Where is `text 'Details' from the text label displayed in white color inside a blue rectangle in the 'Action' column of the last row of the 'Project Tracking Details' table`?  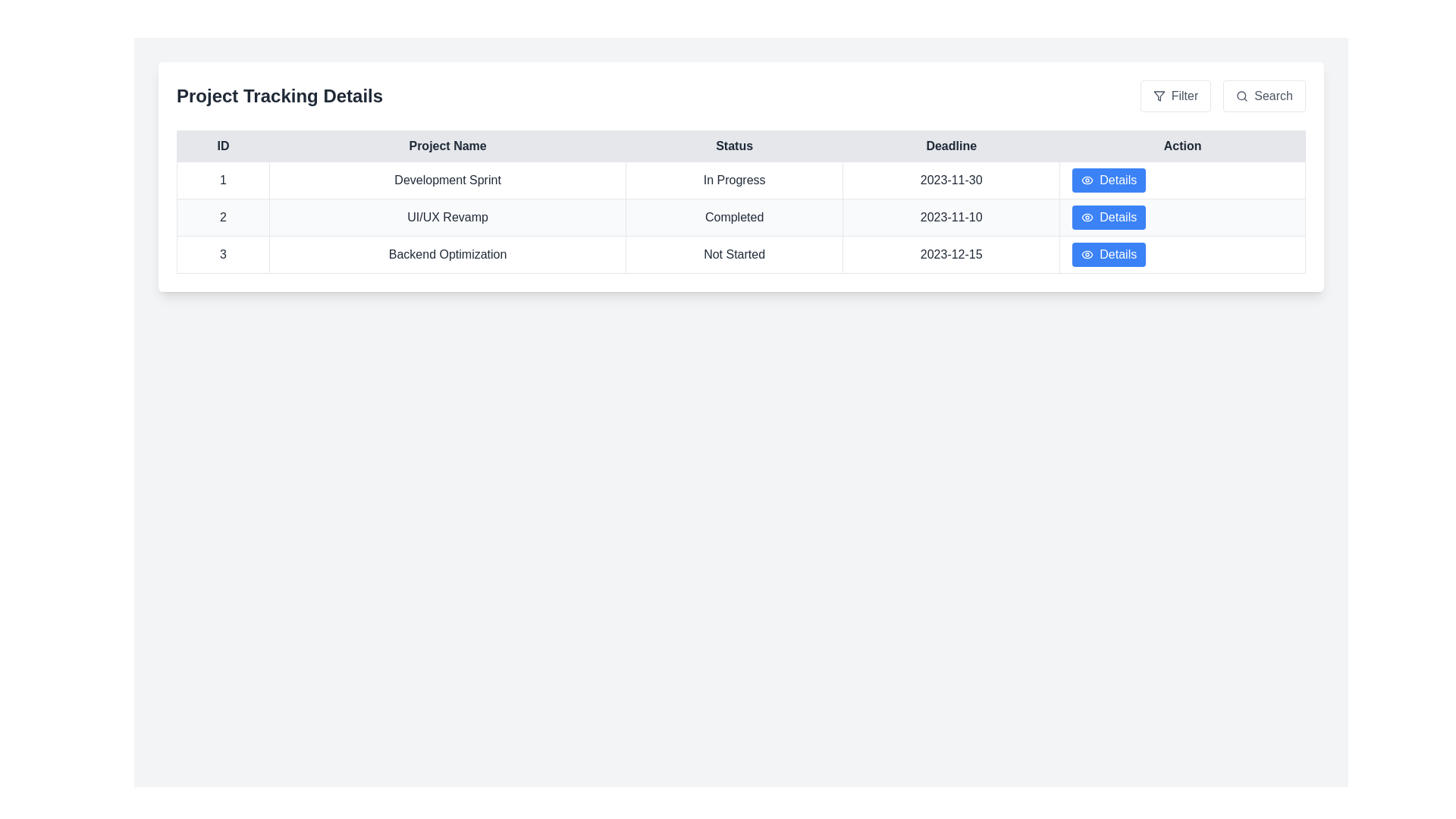
text 'Details' from the text label displayed in white color inside a blue rectangle in the 'Action' column of the last row of the 'Project Tracking Details' table is located at coordinates (1118, 253).